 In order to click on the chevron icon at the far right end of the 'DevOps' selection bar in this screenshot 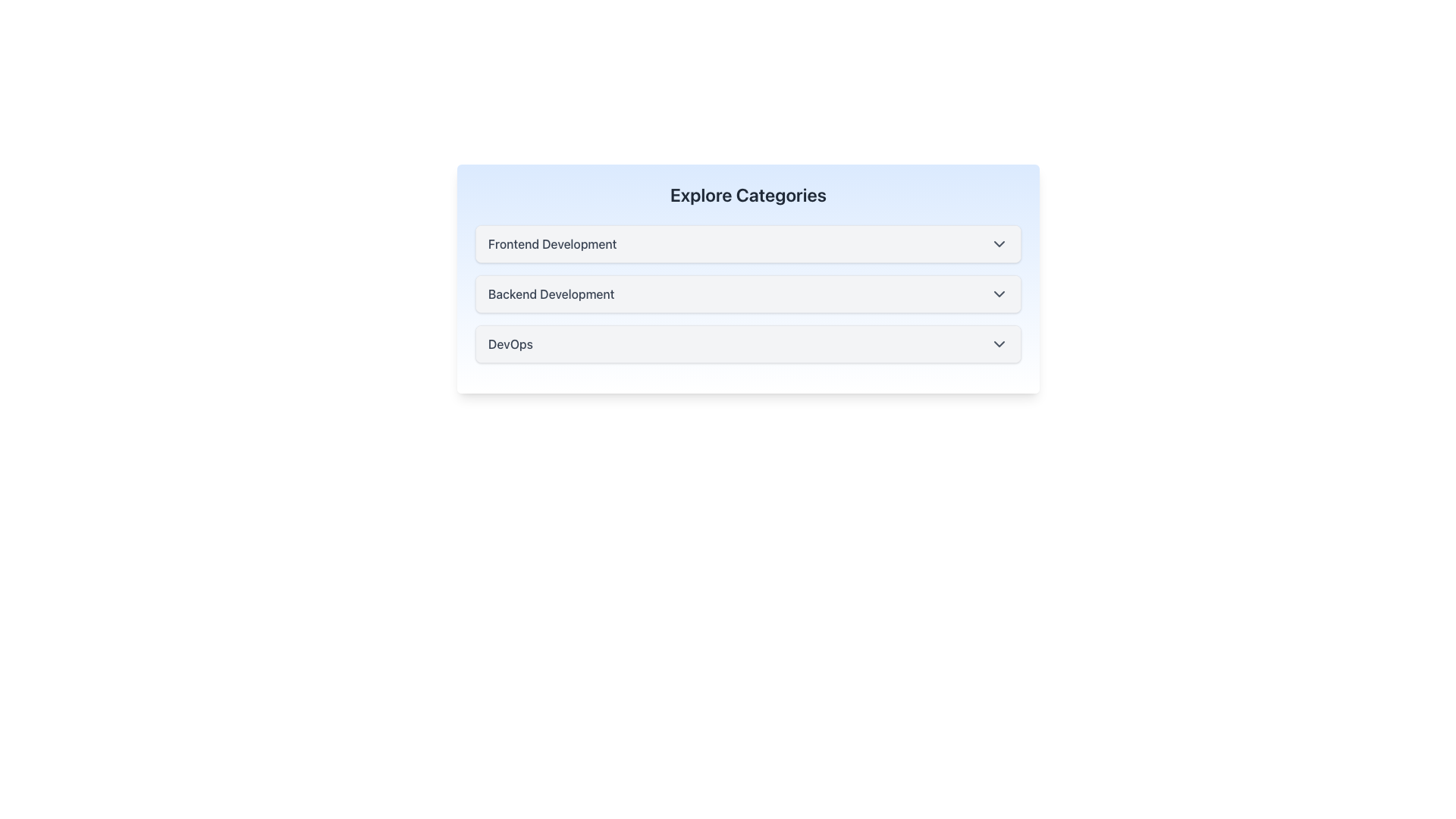, I will do `click(999, 344)`.